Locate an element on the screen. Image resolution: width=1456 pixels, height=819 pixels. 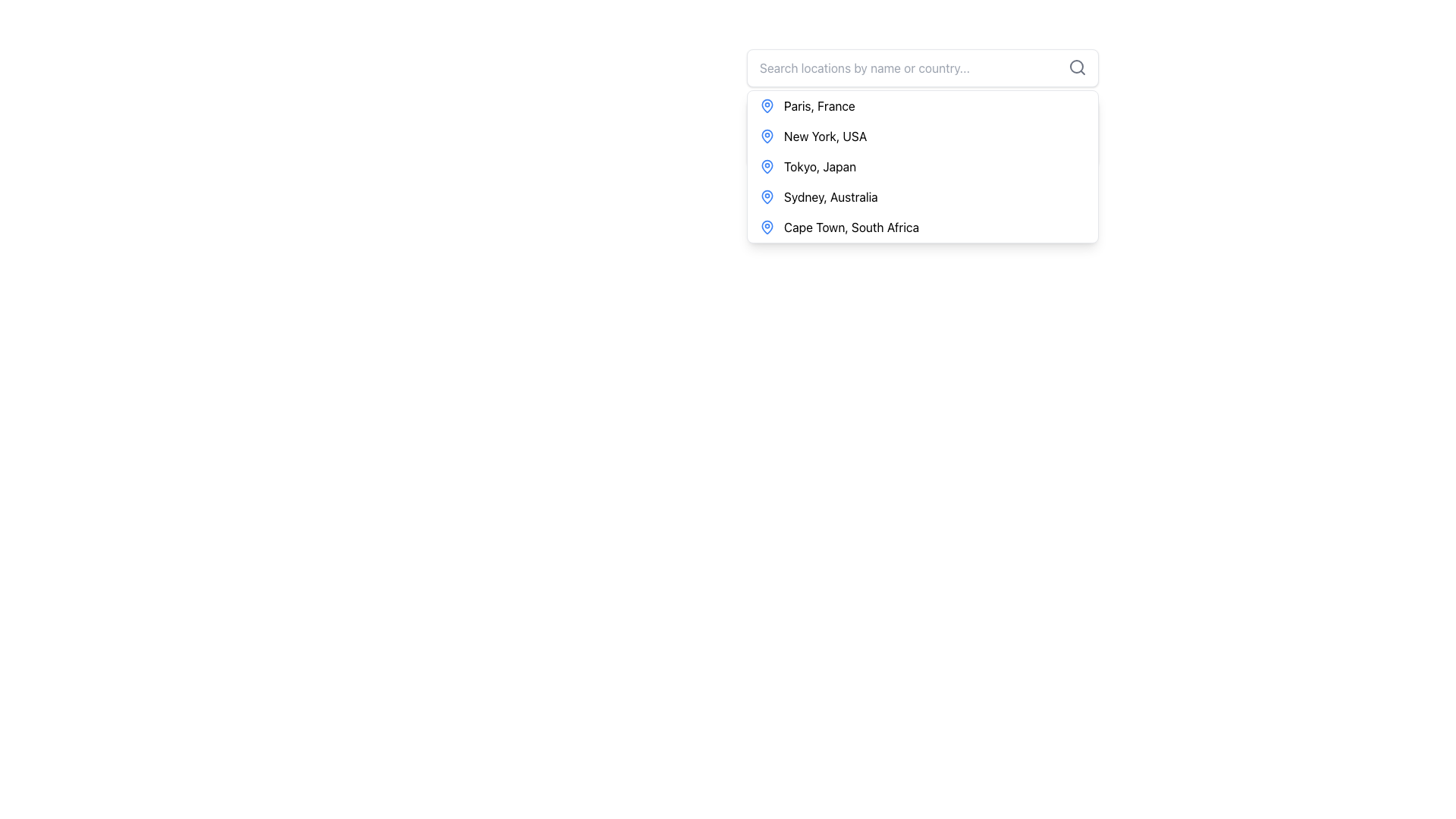
the text label 'New York, USA' in the dropdown menu is located at coordinates (824, 136).